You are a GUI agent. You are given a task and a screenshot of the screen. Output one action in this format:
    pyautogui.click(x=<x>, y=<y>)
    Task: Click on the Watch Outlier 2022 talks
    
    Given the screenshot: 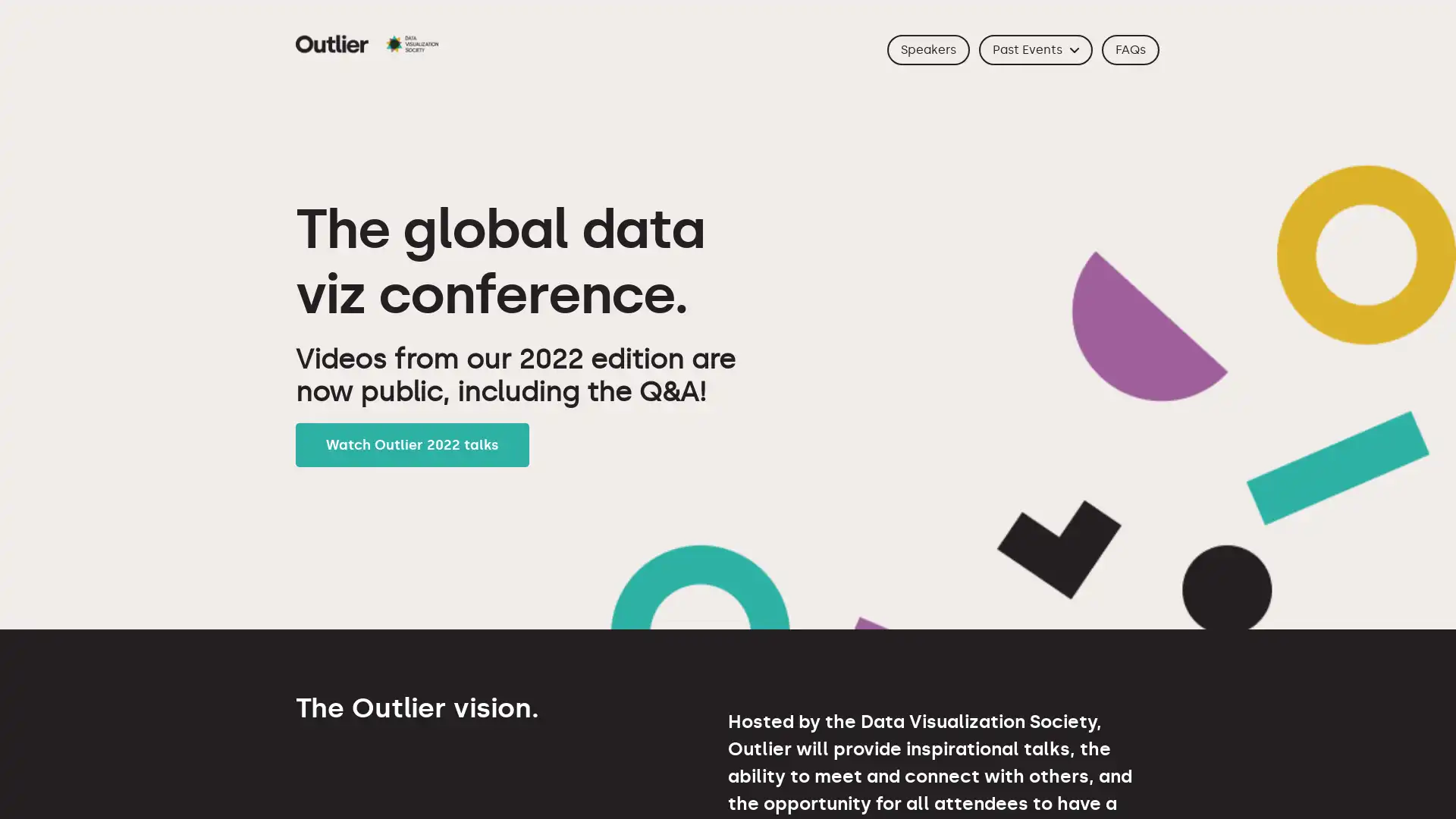 What is the action you would take?
    pyautogui.click(x=412, y=444)
    